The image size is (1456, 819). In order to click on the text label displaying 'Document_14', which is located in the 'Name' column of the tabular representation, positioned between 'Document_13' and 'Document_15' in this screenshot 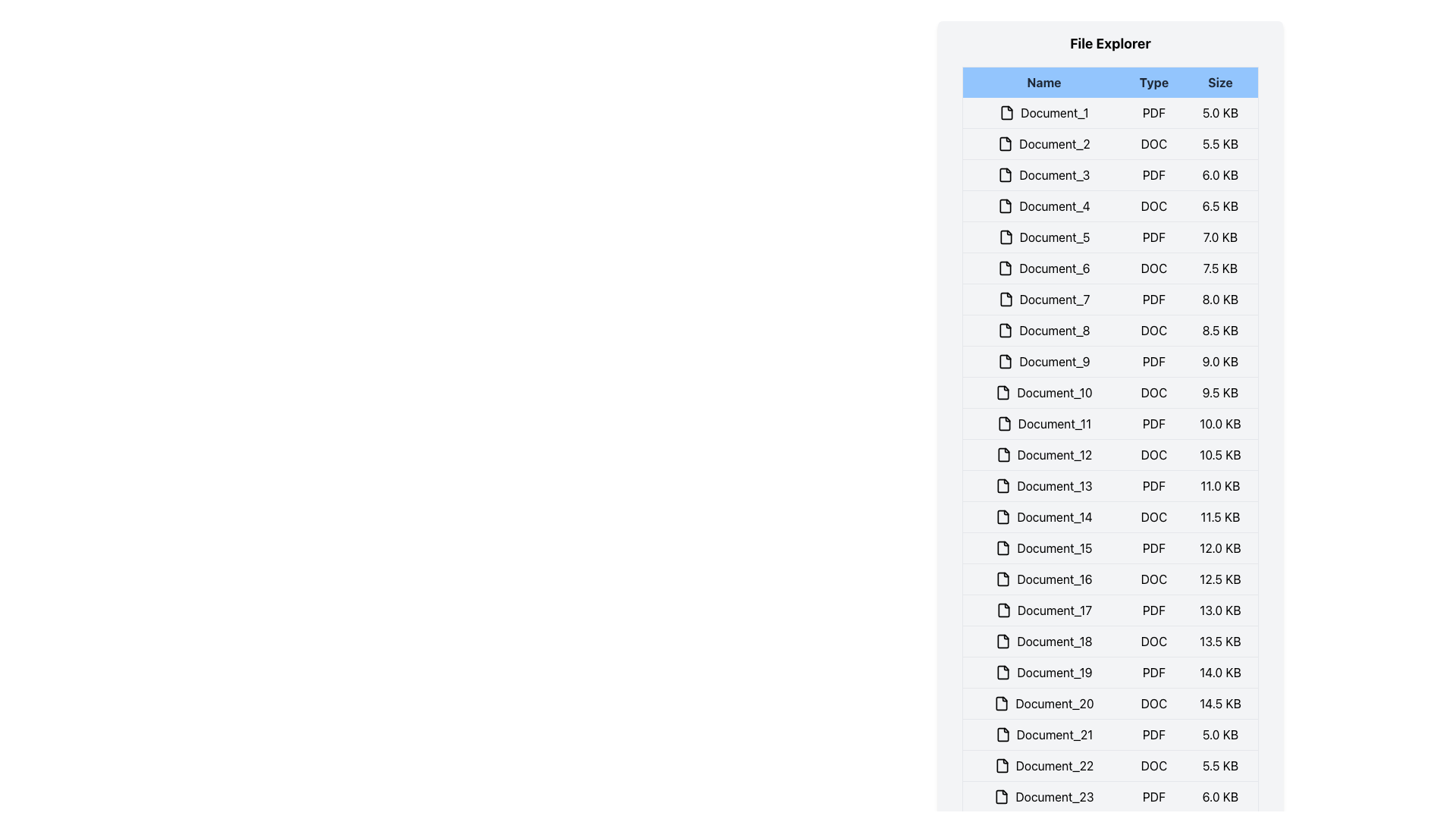, I will do `click(1043, 516)`.